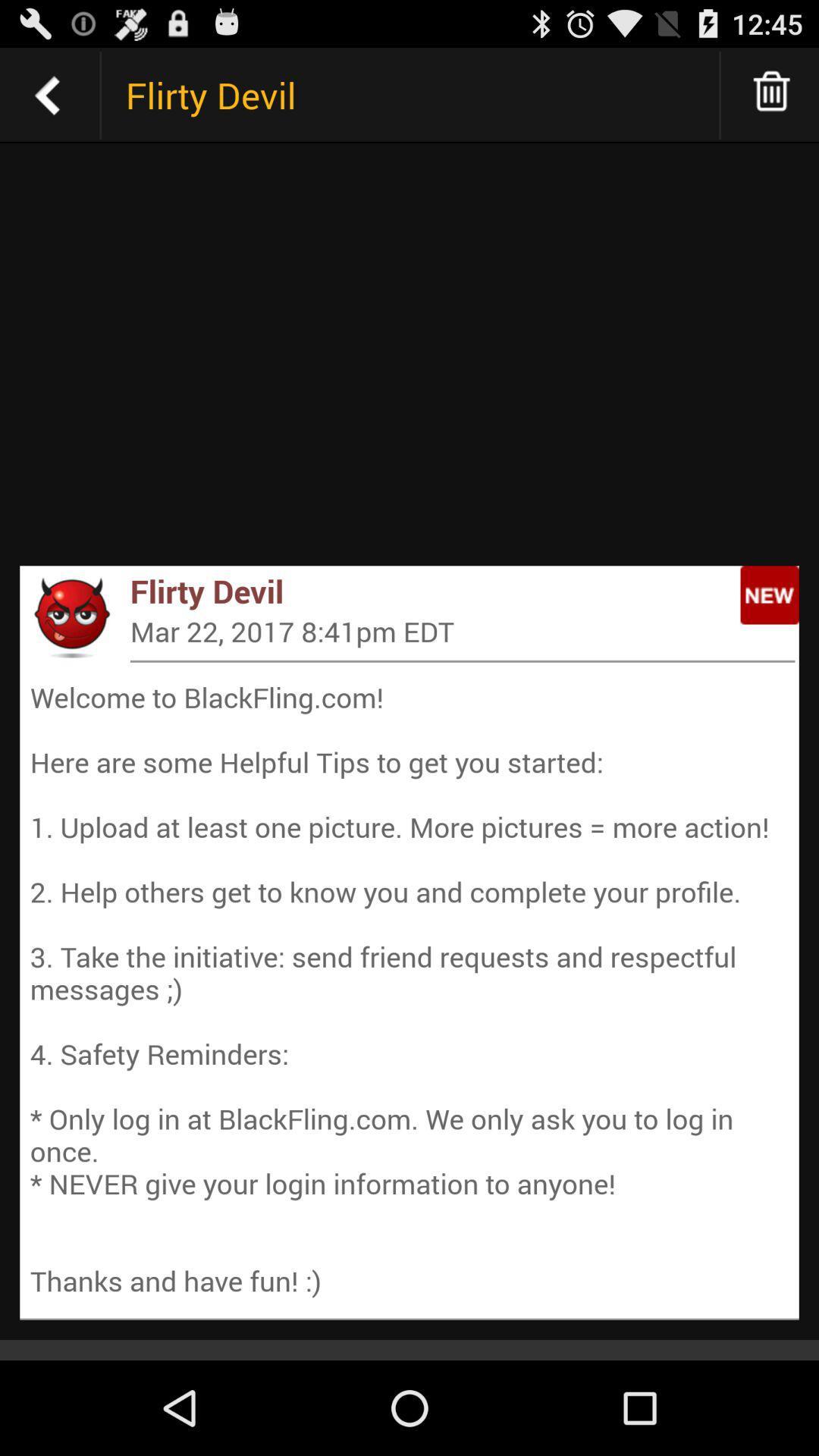 Image resolution: width=819 pixels, height=1456 pixels. Describe the element at coordinates (71, 617) in the screenshot. I see `app next to flirty devil icon` at that location.